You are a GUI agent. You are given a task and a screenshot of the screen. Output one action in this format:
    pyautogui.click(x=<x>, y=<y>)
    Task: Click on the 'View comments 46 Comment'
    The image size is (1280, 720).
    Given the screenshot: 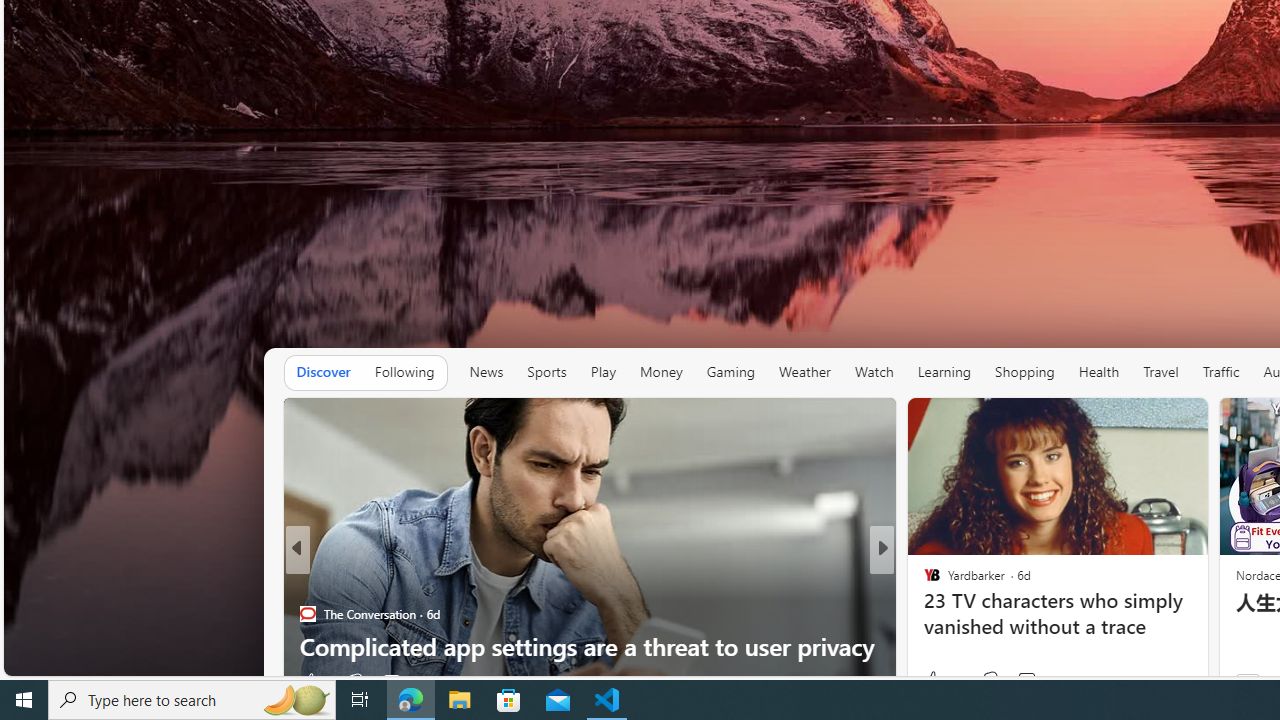 What is the action you would take?
    pyautogui.click(x=1026, y=679)
    